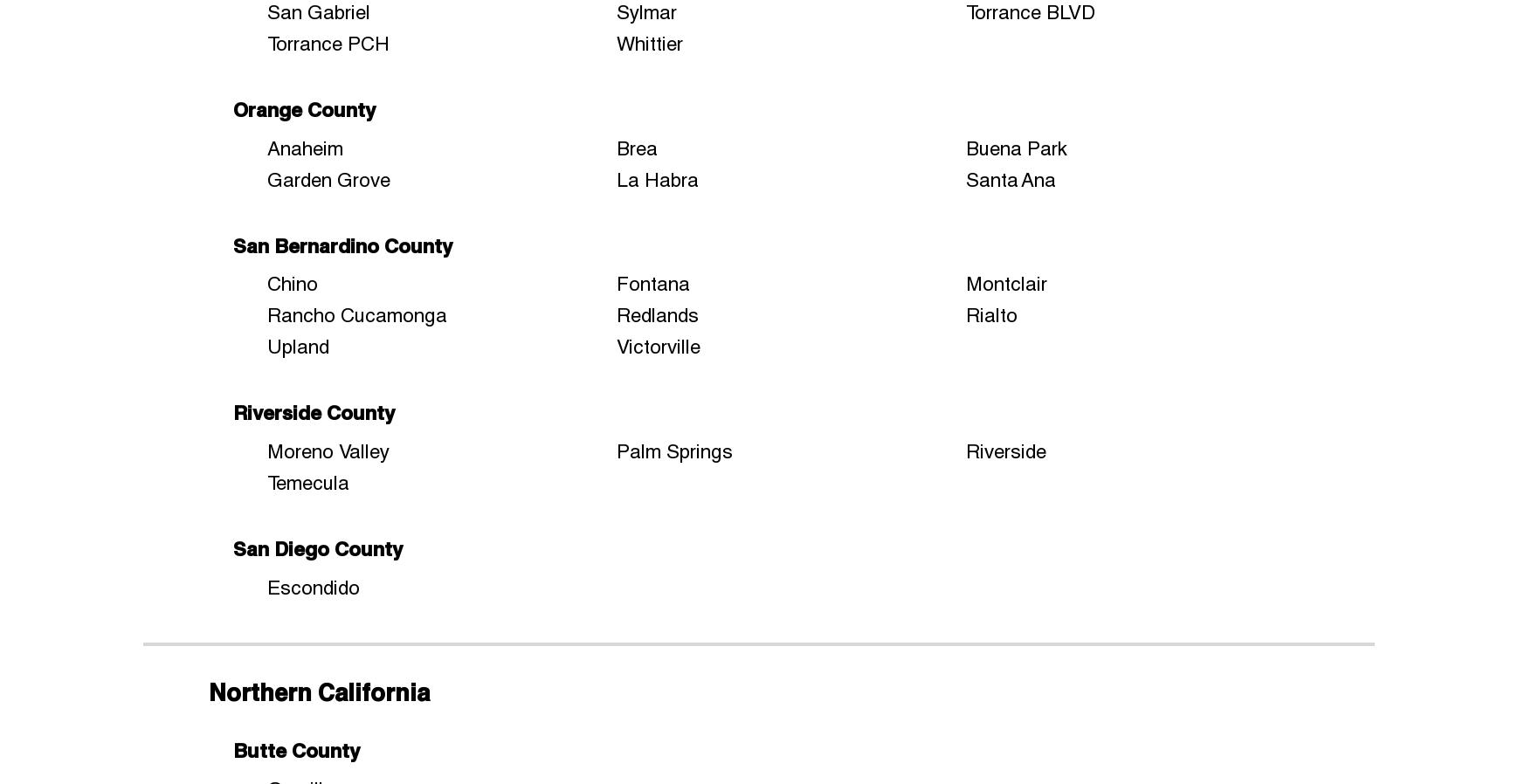 This screenshot has height=784, width=1518. Describe the element at coordinates (304, 146) in the screenshot. I see `'Anaheim'` at that location.